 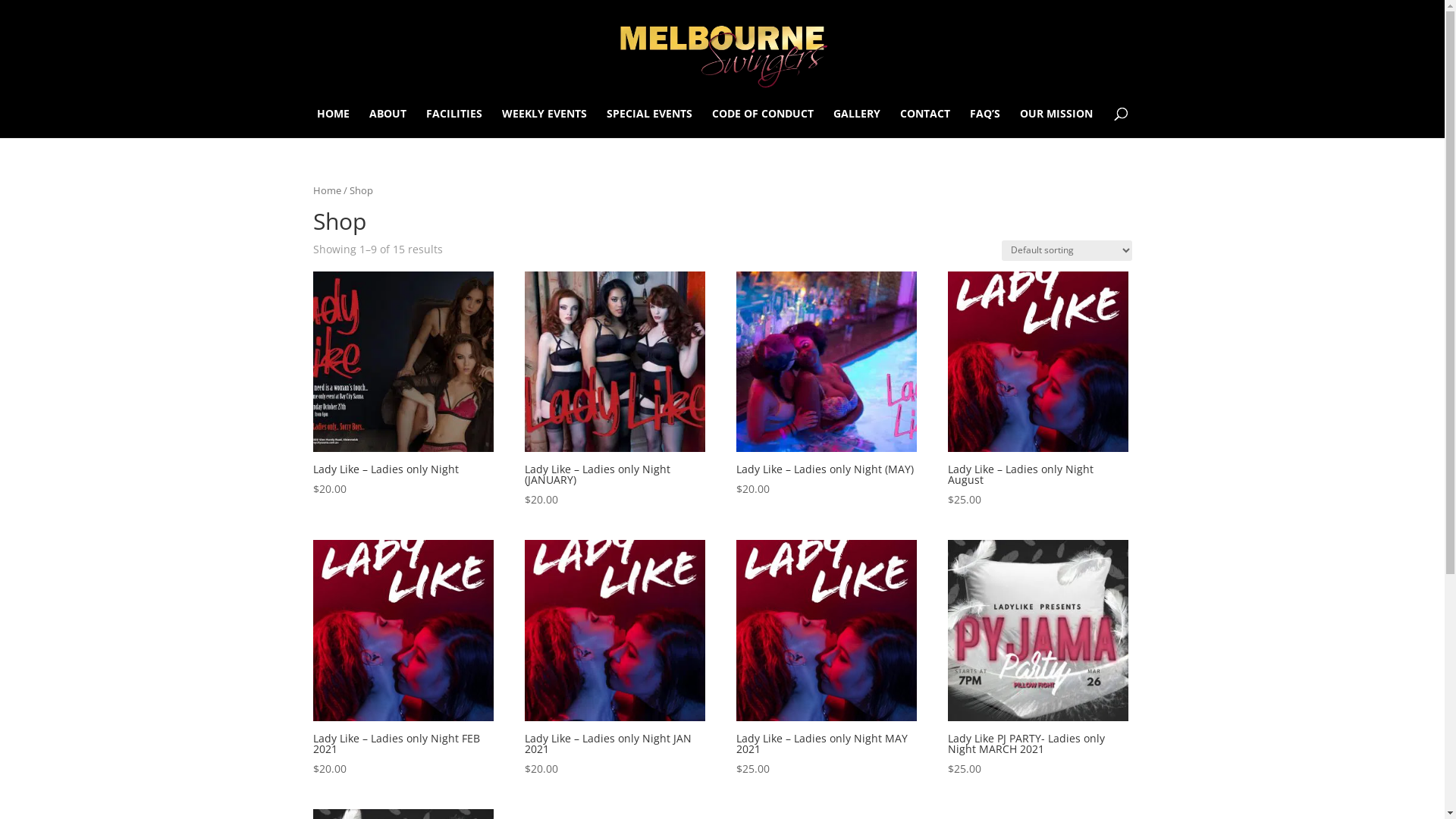 What do you see at coordinates (1055, 122) in the screenshot?
I see `'OUR MISSION'` at bounding box center [1055, 122].